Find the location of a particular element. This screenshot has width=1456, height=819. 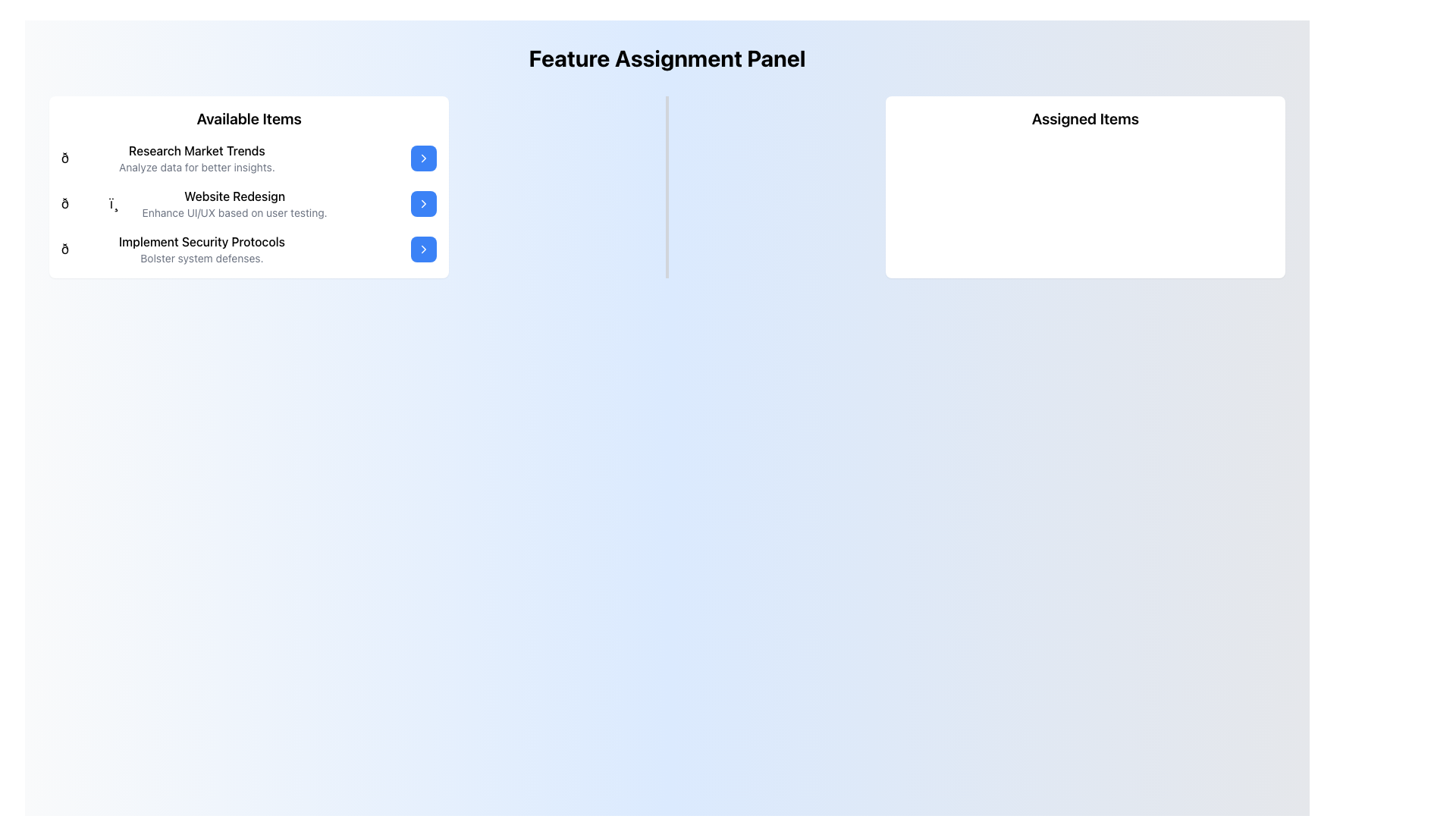

the third item in the vertical list of 'Available Items' is located at coordinates (201, 248).